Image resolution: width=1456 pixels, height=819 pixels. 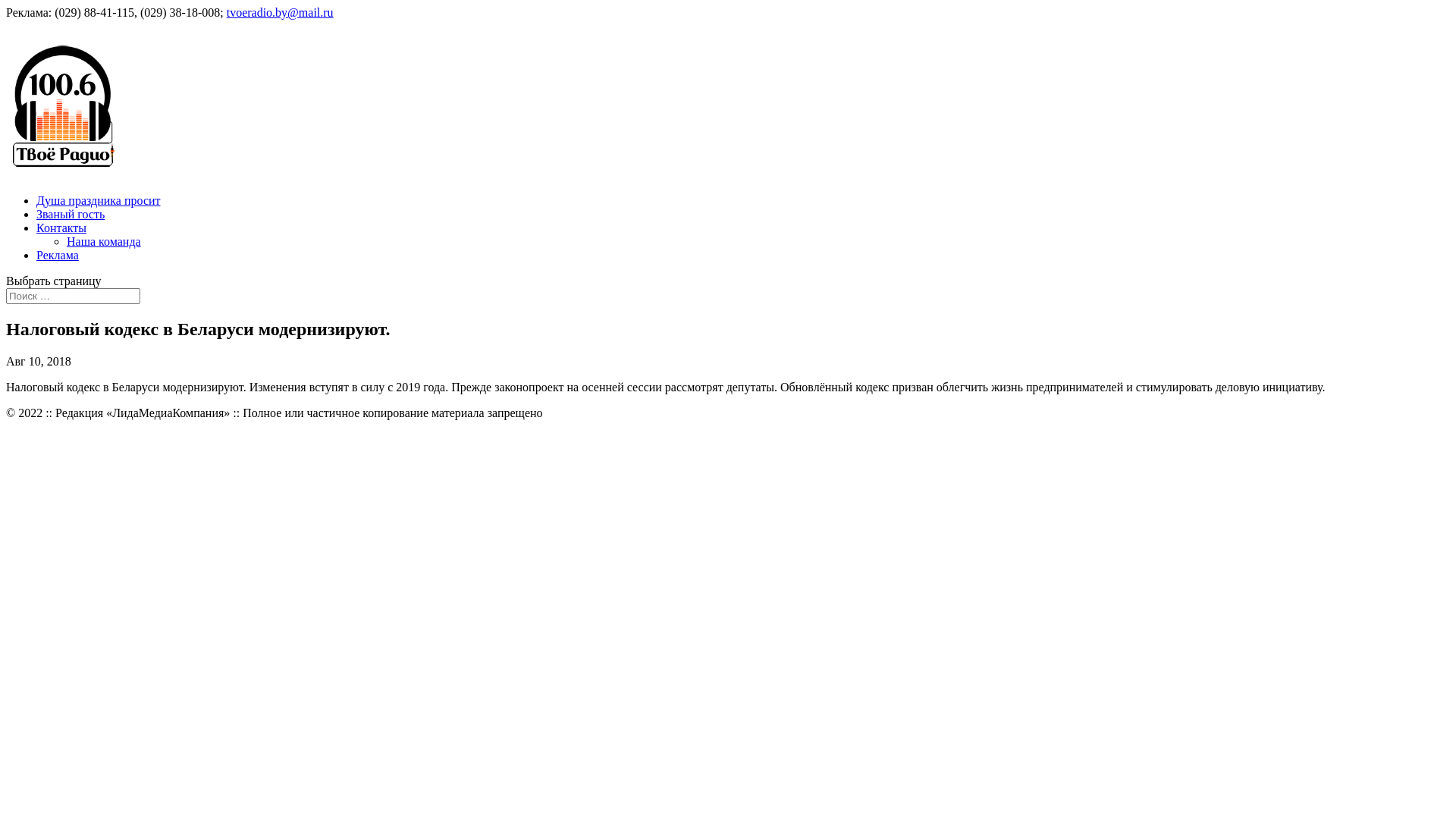 I want to click on 'tvoeradio.by@mail.ru', so click(x=225, y=12).